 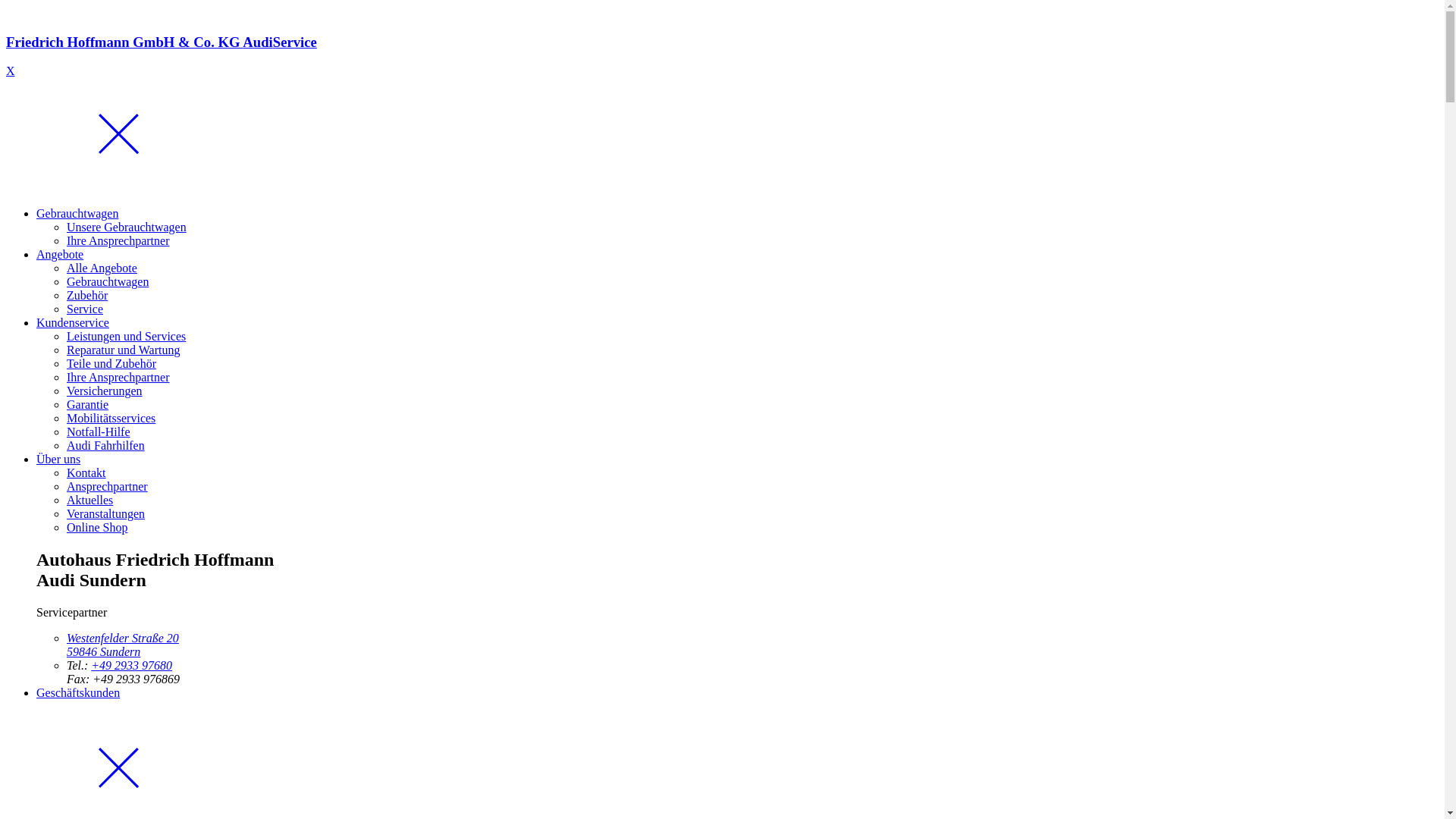 I want to click on 'Ihre Ansprechpartner', so click(x=118, y=376).